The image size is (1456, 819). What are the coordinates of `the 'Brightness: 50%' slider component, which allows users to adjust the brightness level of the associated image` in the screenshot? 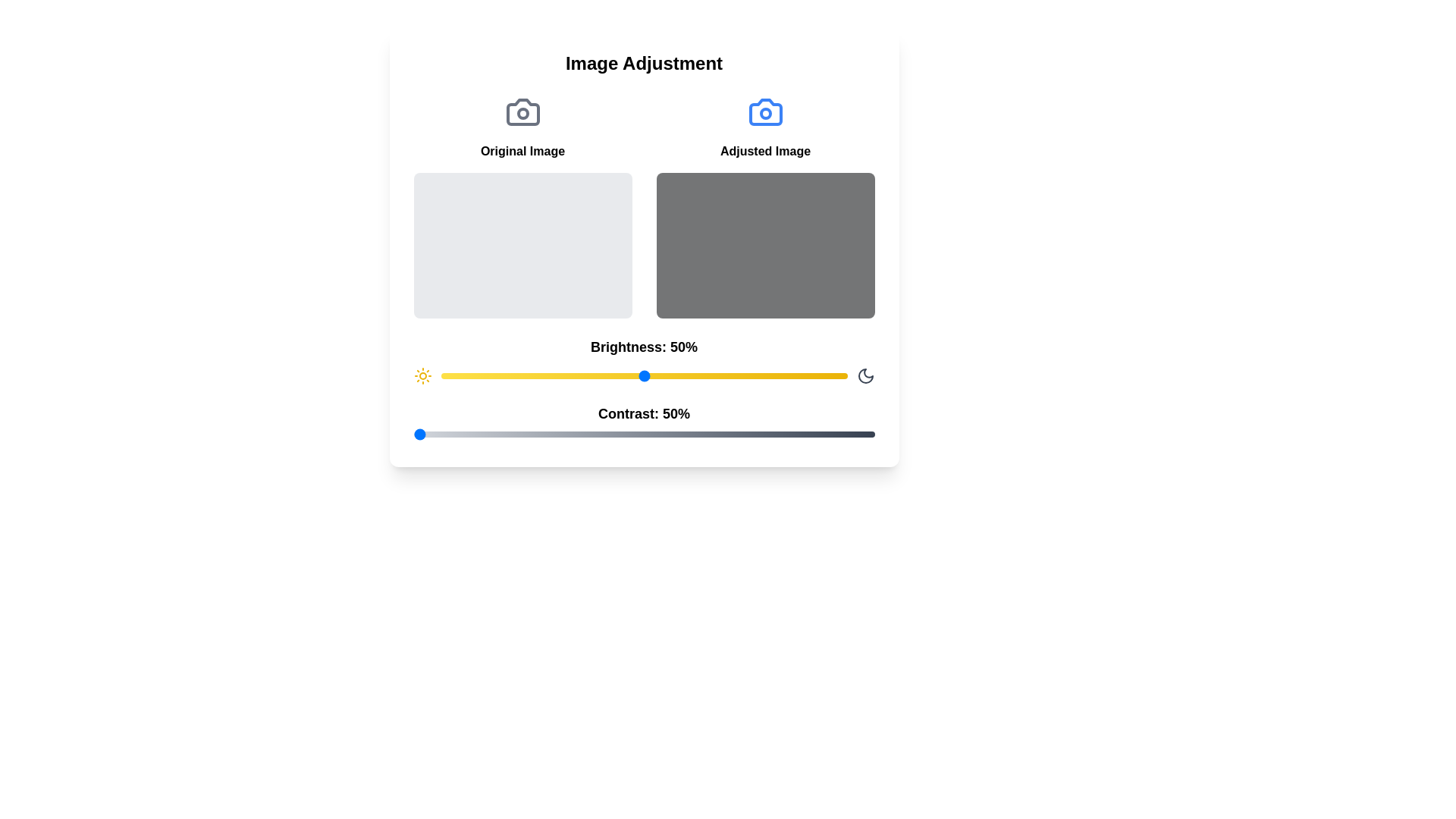 It's located at (644, 360).